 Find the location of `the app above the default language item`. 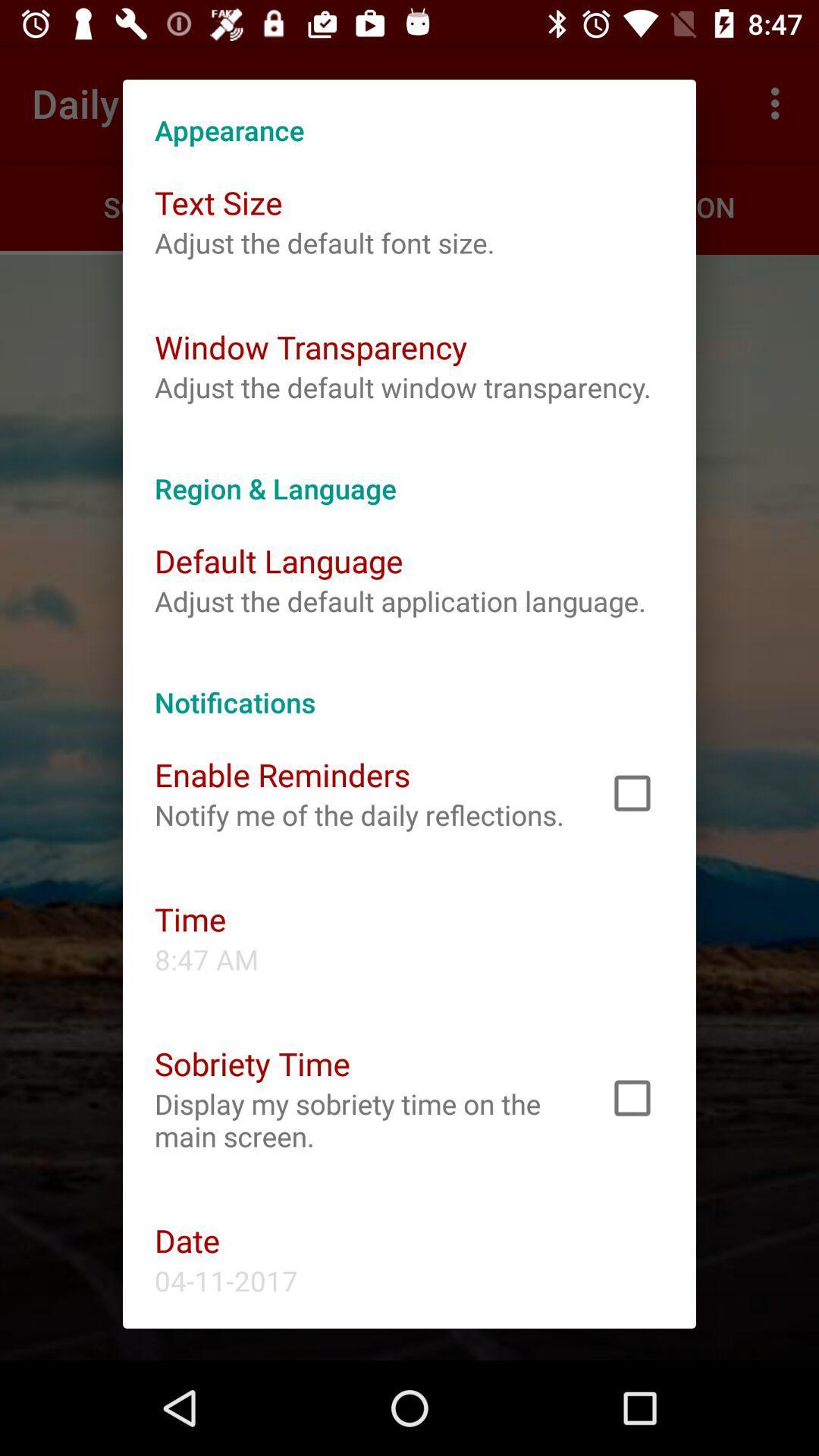

the app above the default language item is located at coordinates (409, 472).